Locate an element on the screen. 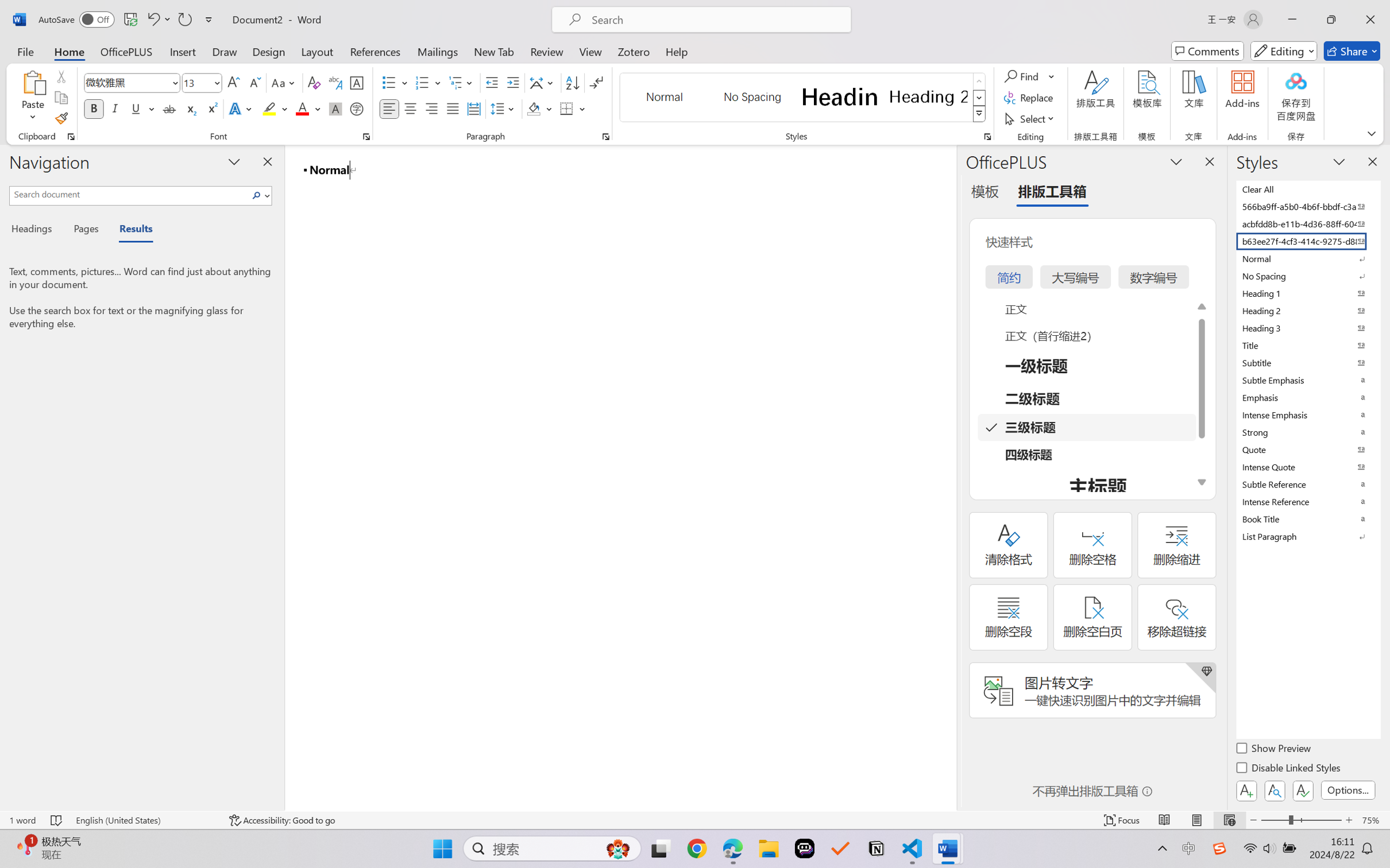 Image resolution: width=1390 pixels, height=868 pixels. 'Align Right' is located at coordinates (432, 108).